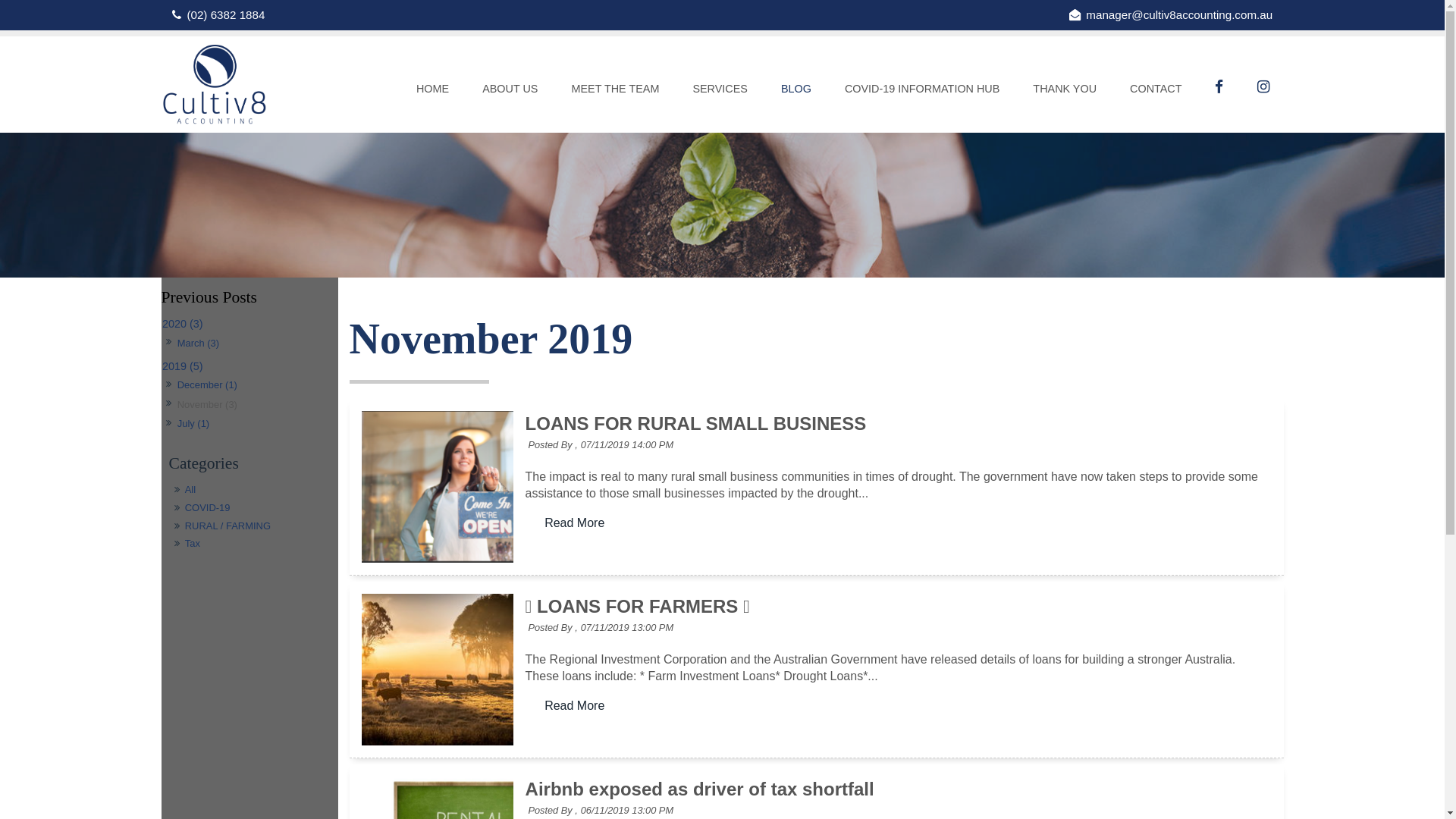  I want to click on 'November (3)', so click(206, 403).